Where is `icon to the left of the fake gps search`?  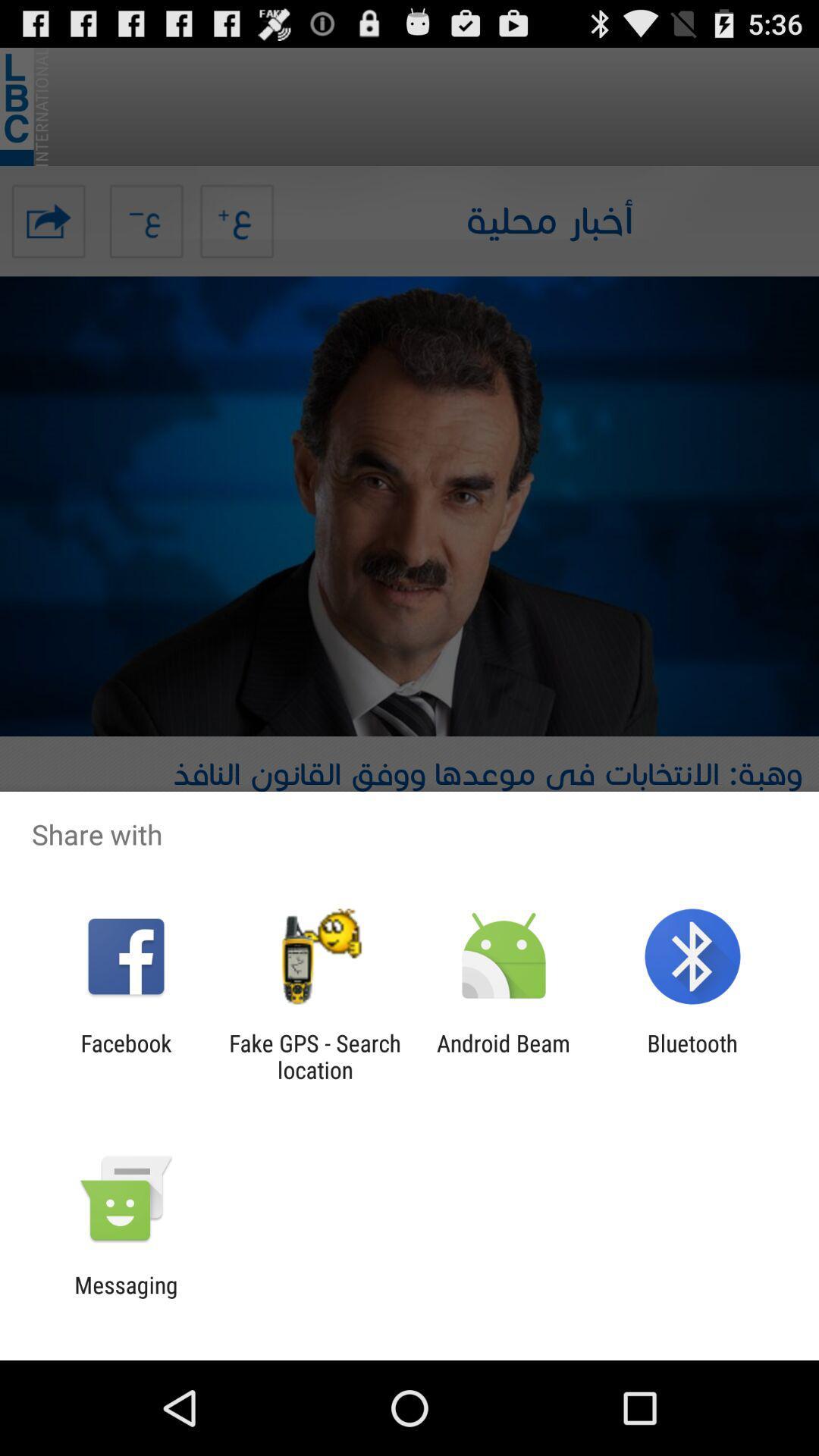 icon to the left of the fake gps search is located at coordinates (125, 1056).